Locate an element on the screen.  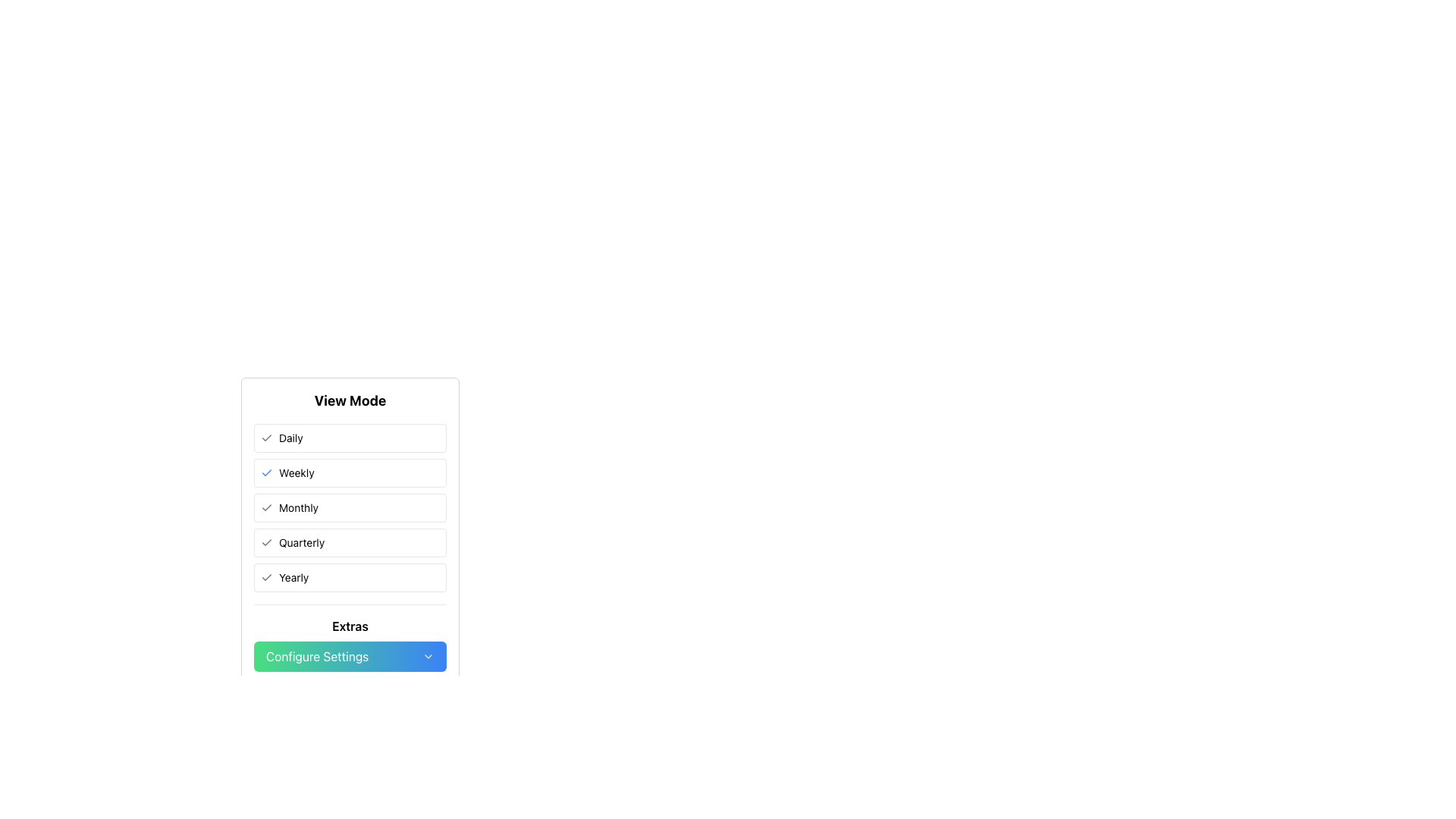
the 'View Mode' text label, which is styled in bold black font and serves as a section title for view mode options is located at coordinates (349, 400).